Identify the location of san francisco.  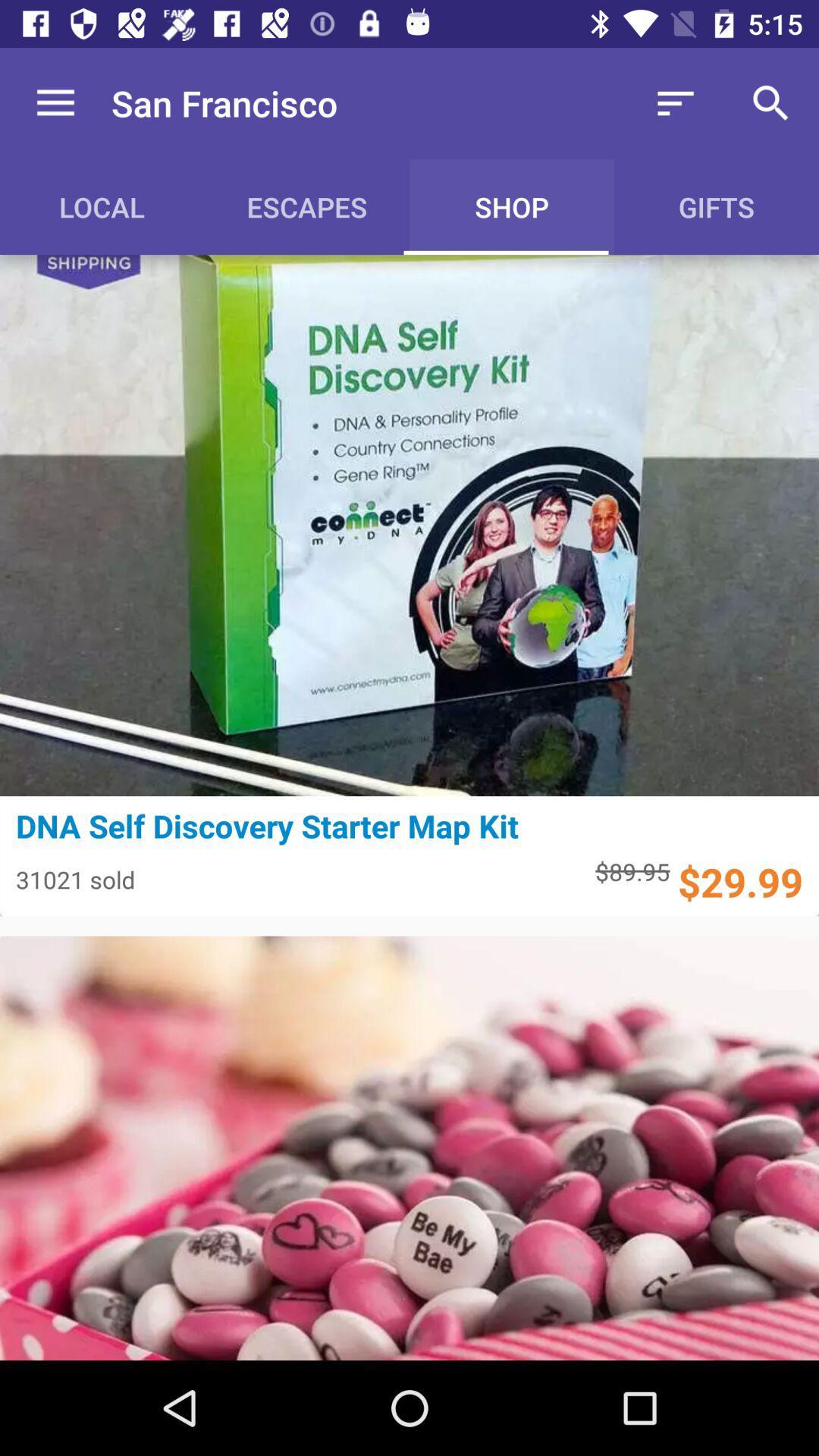
(224, 102).